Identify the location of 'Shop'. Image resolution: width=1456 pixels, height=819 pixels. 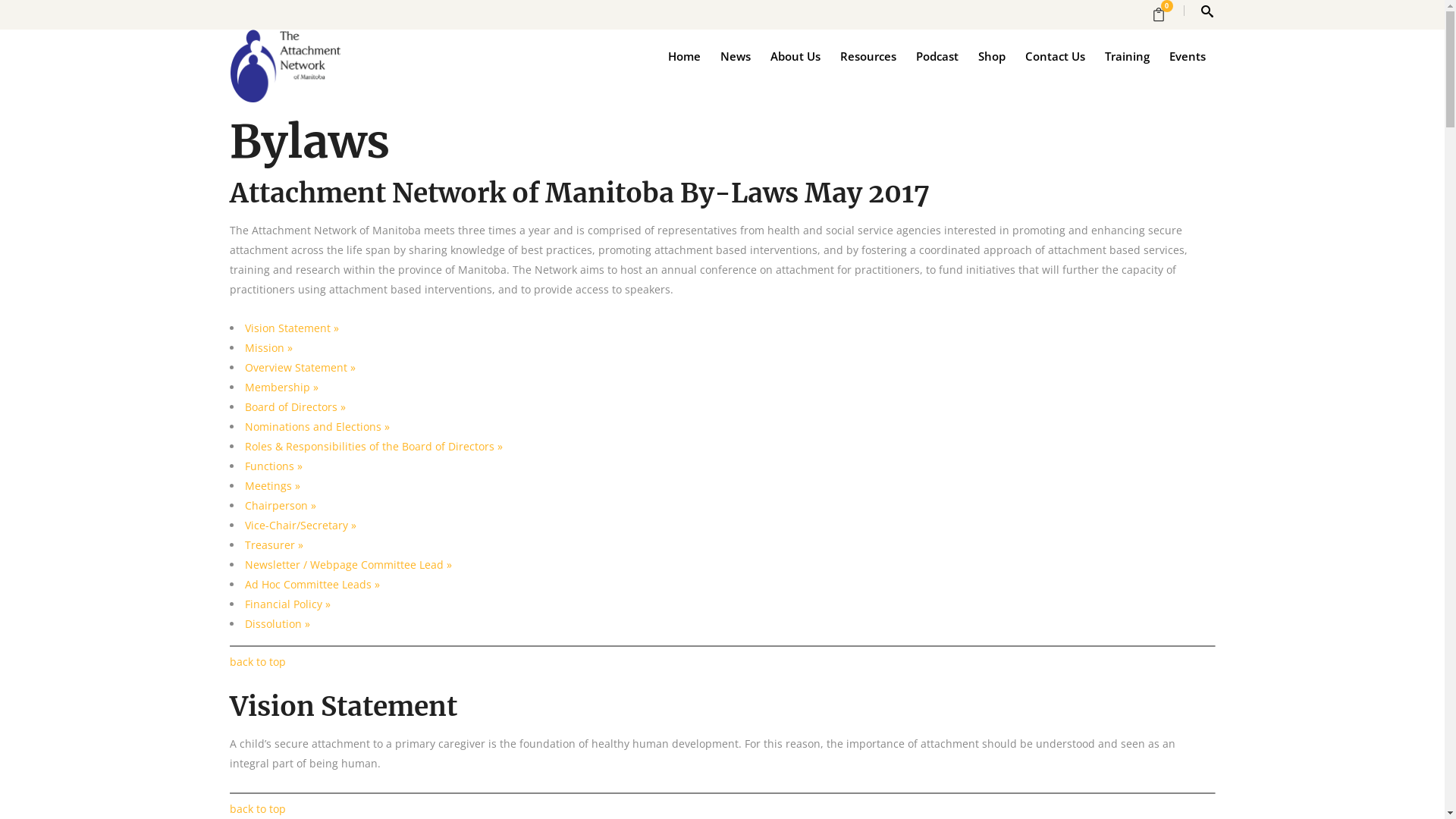
(967, 55).